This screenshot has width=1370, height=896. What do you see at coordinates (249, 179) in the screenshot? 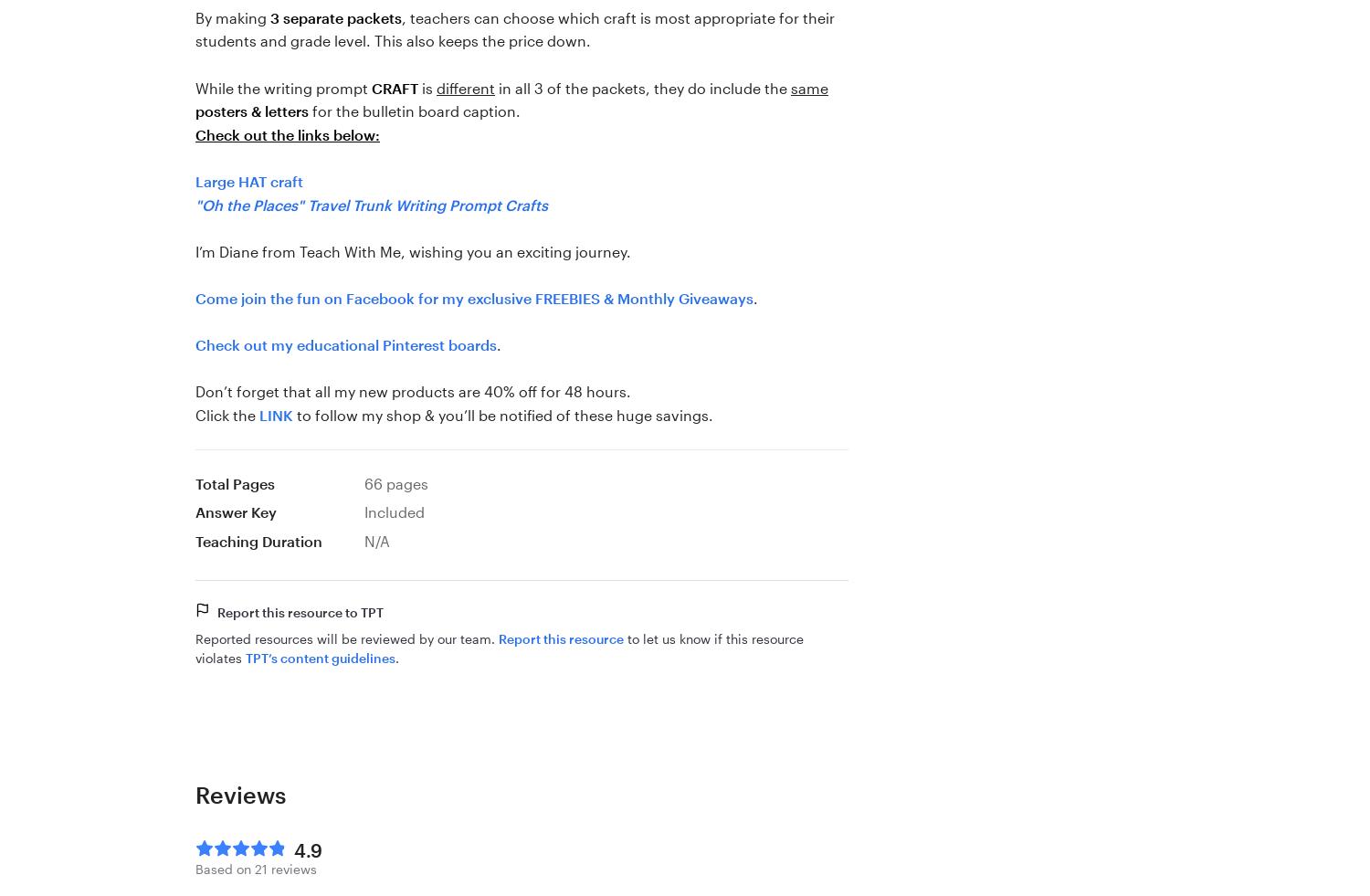
I see `'Large HAT craft'` at bounding box center [249, 179].